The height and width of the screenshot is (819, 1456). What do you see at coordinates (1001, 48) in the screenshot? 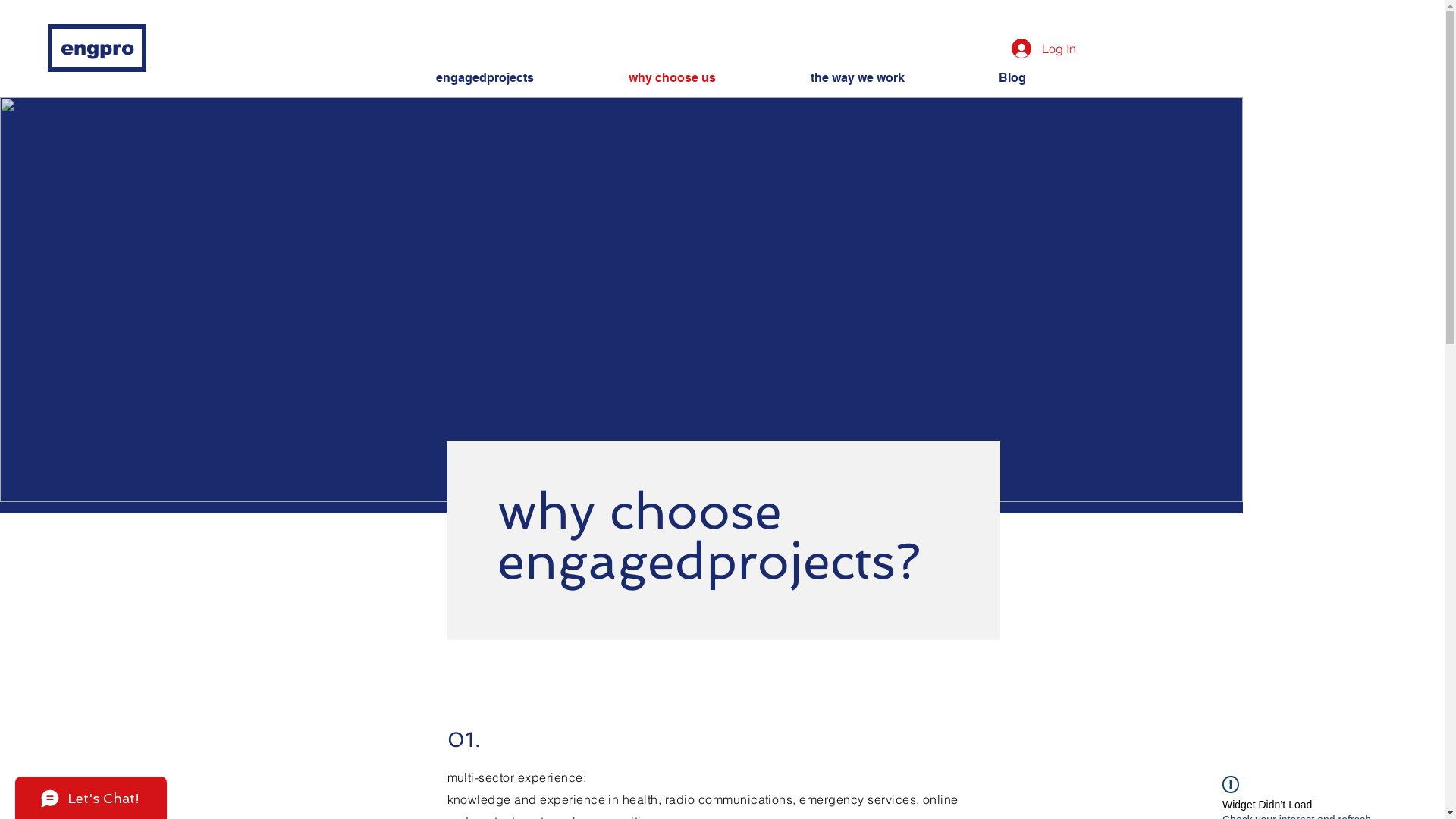
I see `'Log In'` at bounding box center [1001, 48].